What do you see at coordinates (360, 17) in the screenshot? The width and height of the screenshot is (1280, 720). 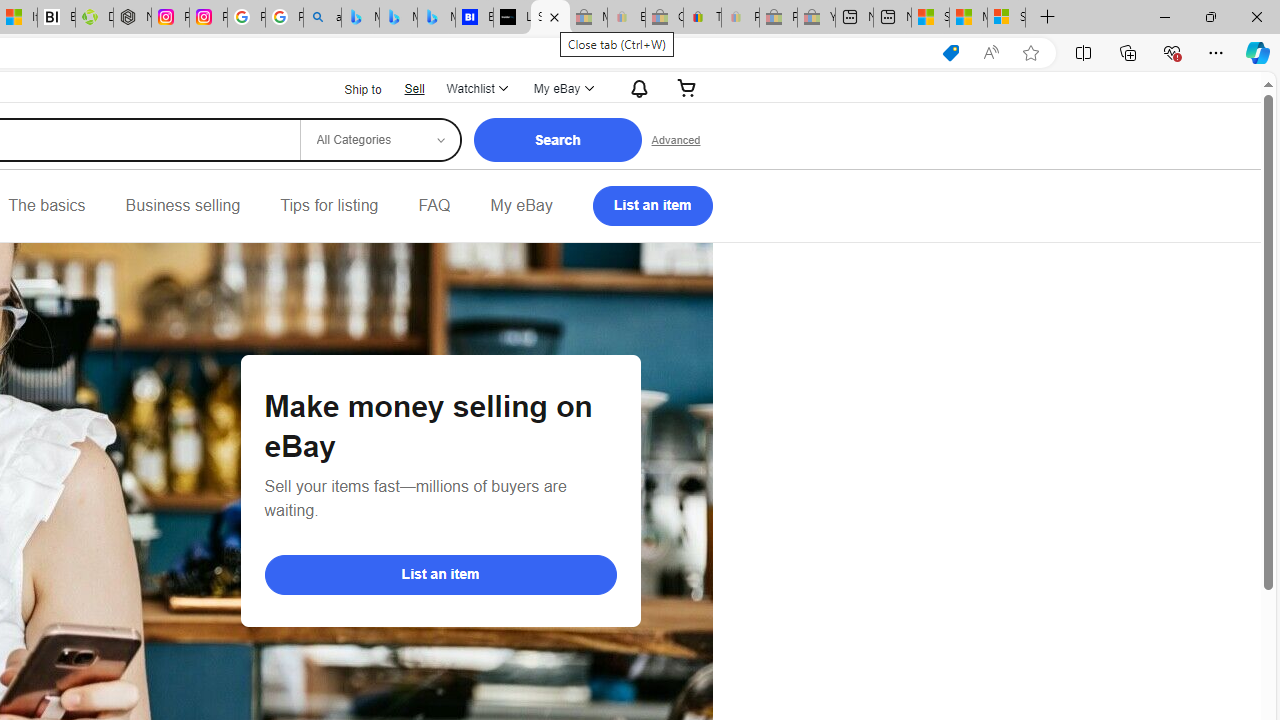 I see `'Microsoft Bing Travel - Flights from Hong Kong to Bangkok'` at bounding box center [360, 17].